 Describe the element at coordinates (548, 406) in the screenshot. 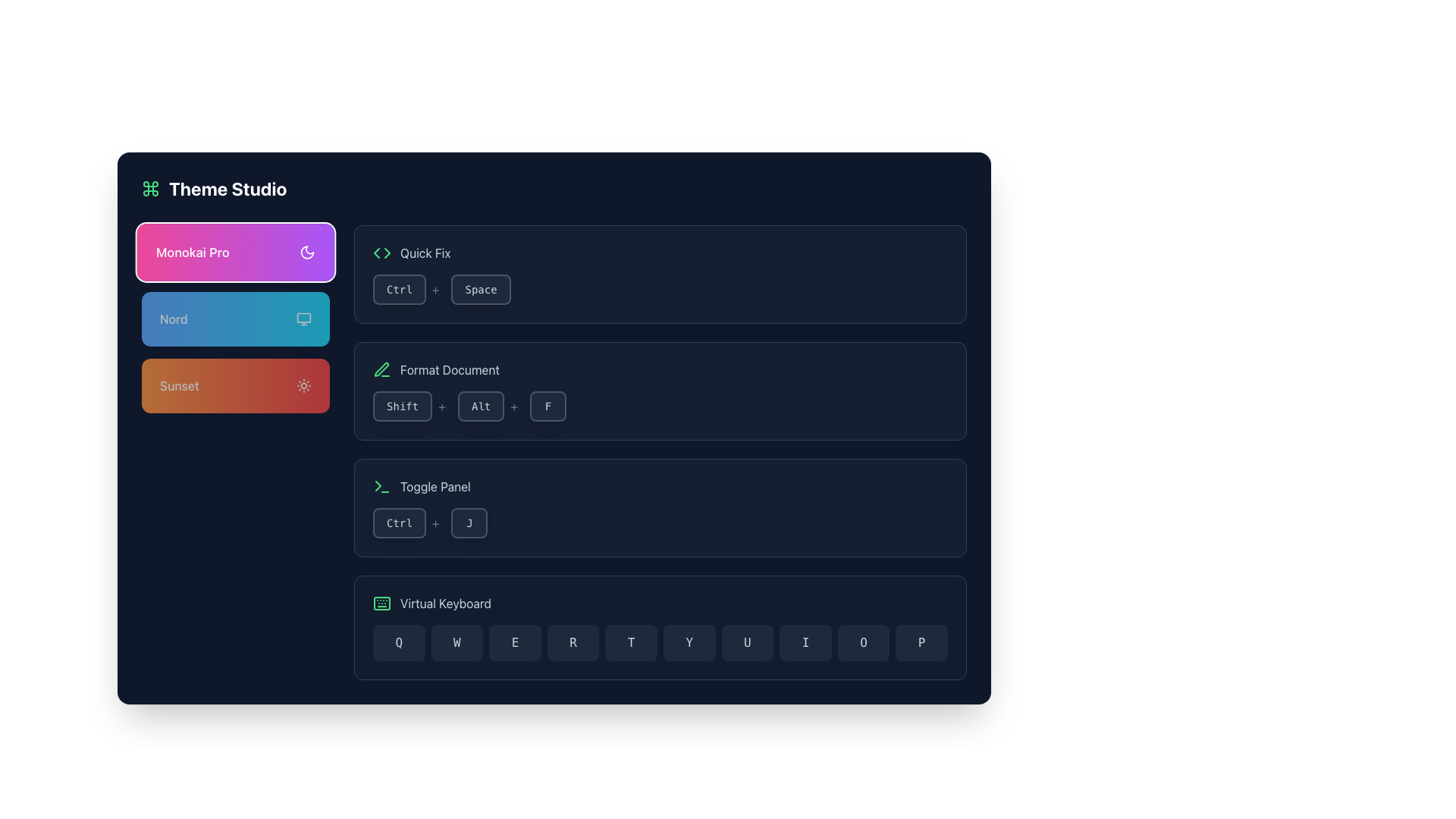

I see `the 'F' key button in the 'Format Document' section` at that location.